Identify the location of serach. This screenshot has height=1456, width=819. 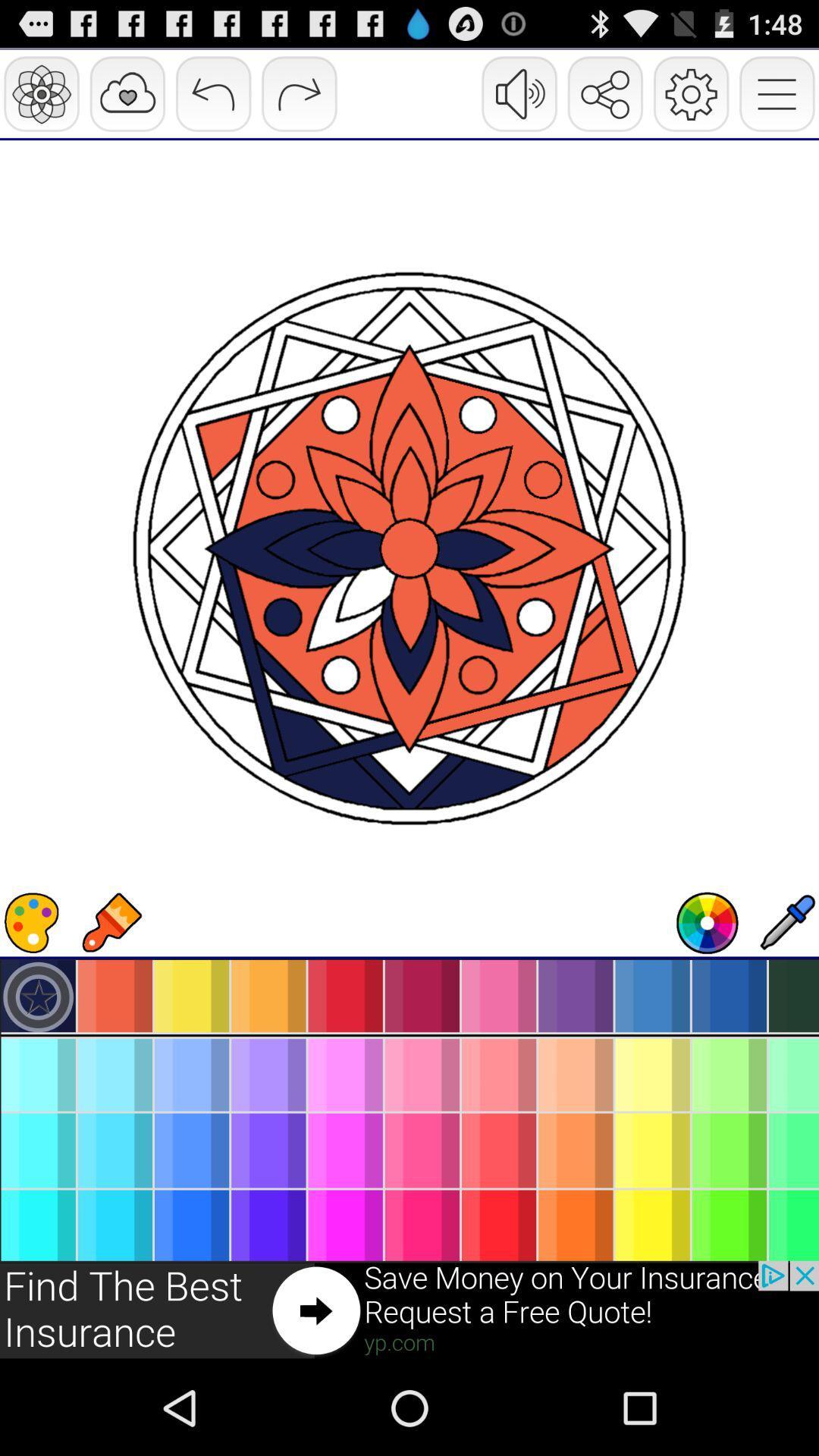
(708, 922).